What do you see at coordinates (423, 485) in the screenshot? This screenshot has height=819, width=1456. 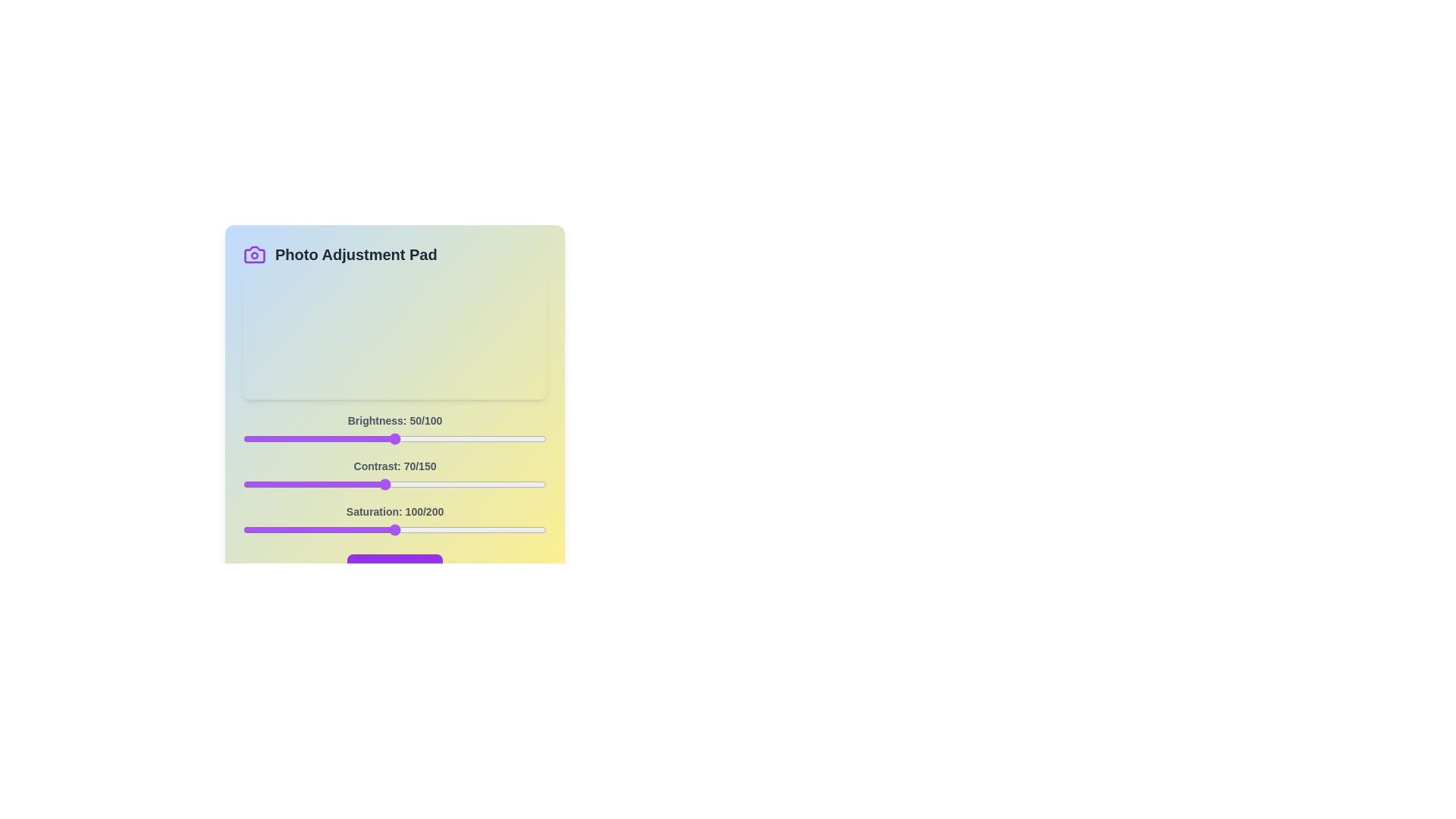 I see `the 1 slider to 89` at bounding box center [423, 485].